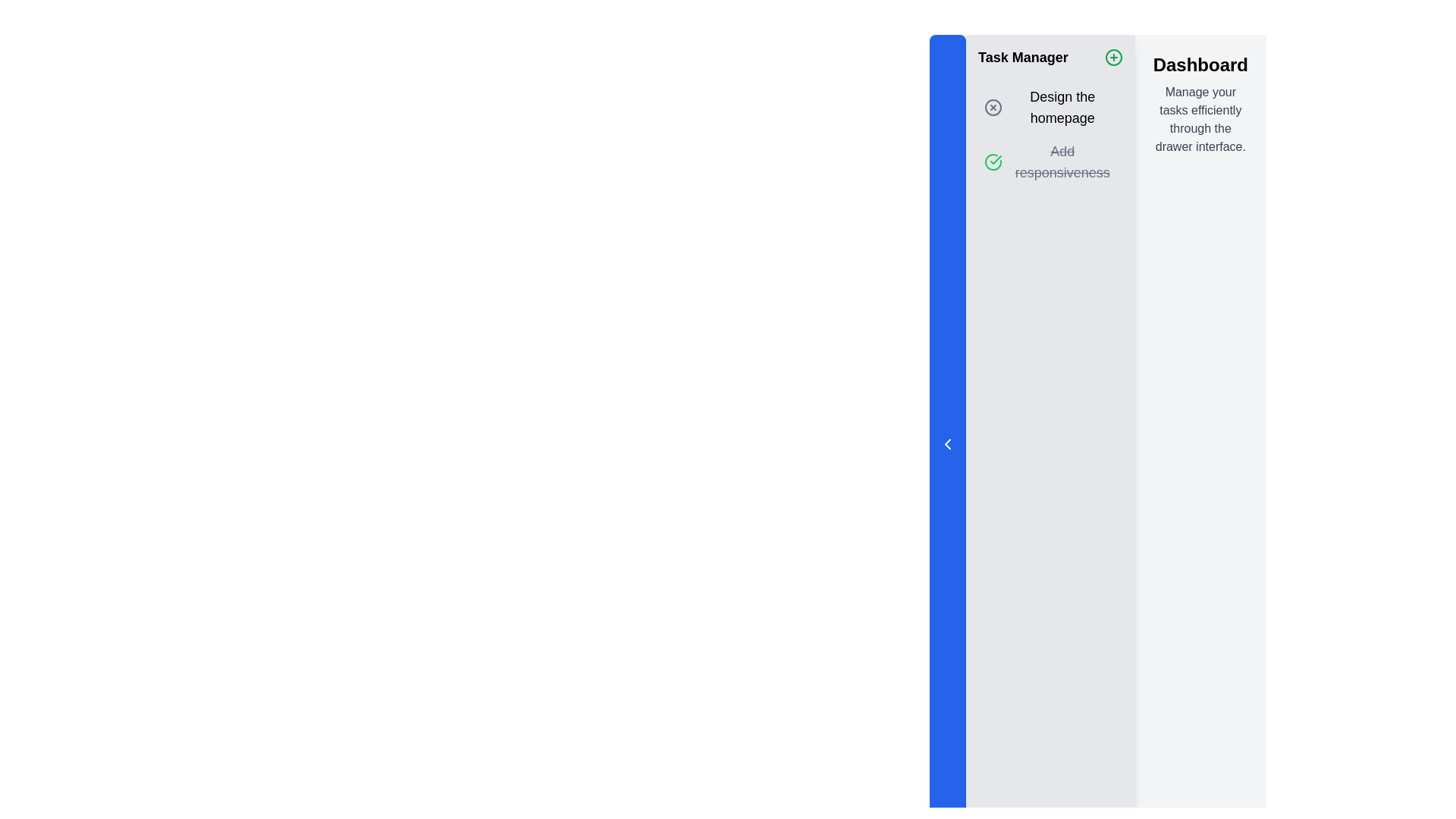 The image size is (1456, 819). What do you see at coordinates (1062, 162) in the screenshot?
I see `the Strikethrough text label indicating a completed or deactivated task within the Task Manager section, specifically the second task below 'Design the homepage'` at bounding box center [1062, 162].